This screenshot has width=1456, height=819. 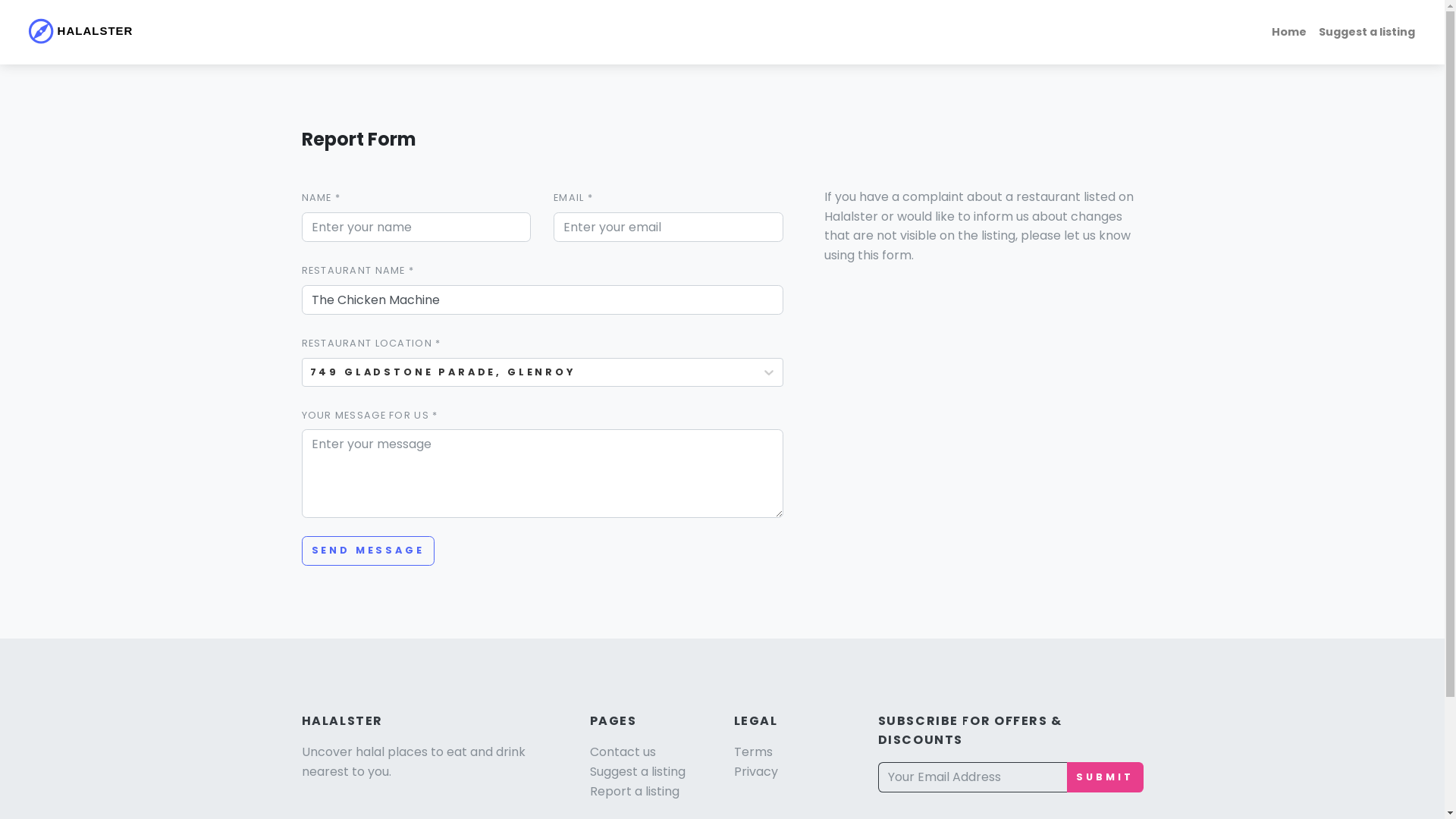 What do you see at coordinates (623, 752) in the screenshot?
I see `'Contact us'` at bounding box center [623, 752].